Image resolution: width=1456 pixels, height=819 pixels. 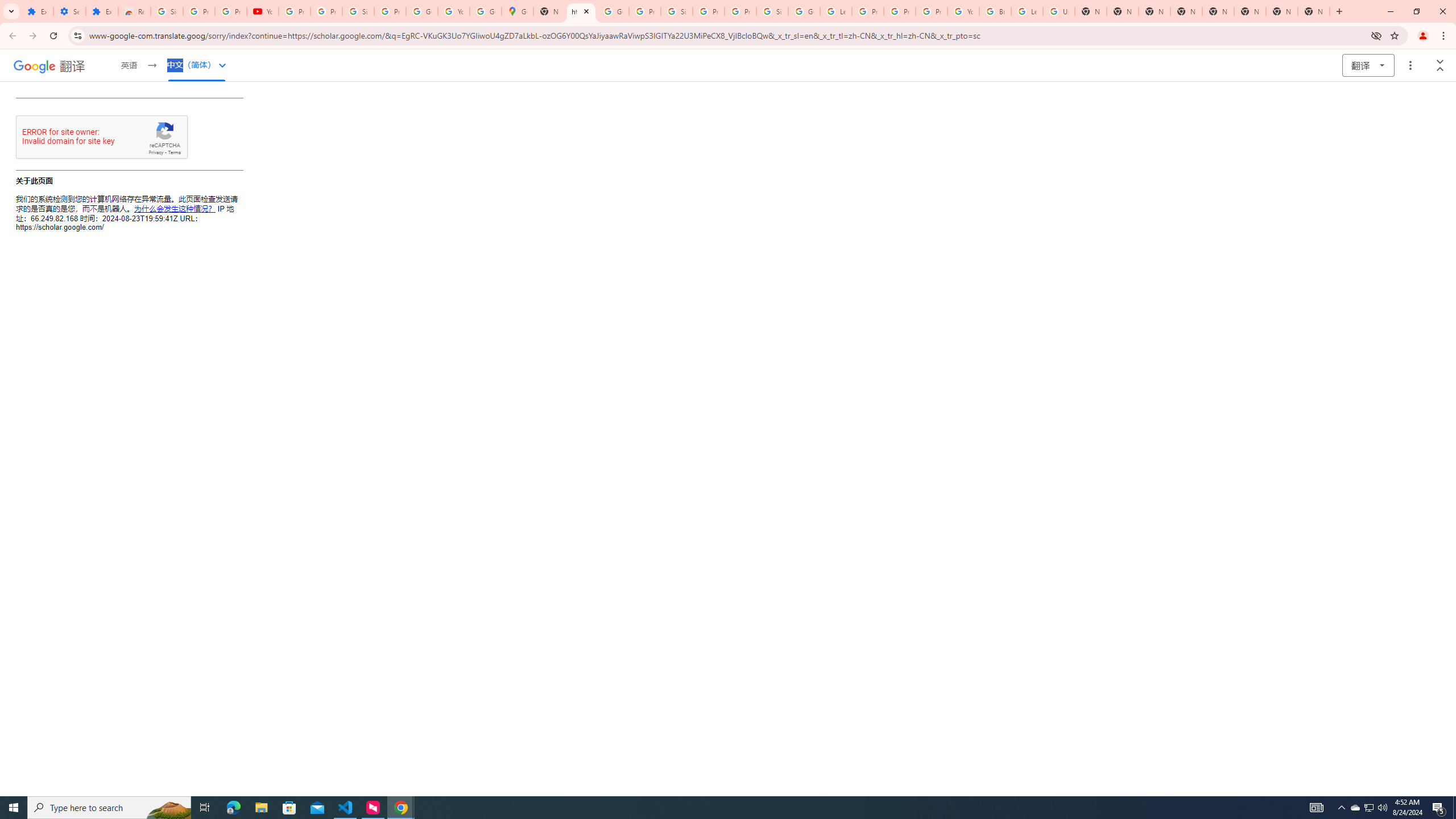 I want to click on 'Extensions', so click(x=102, y=11).